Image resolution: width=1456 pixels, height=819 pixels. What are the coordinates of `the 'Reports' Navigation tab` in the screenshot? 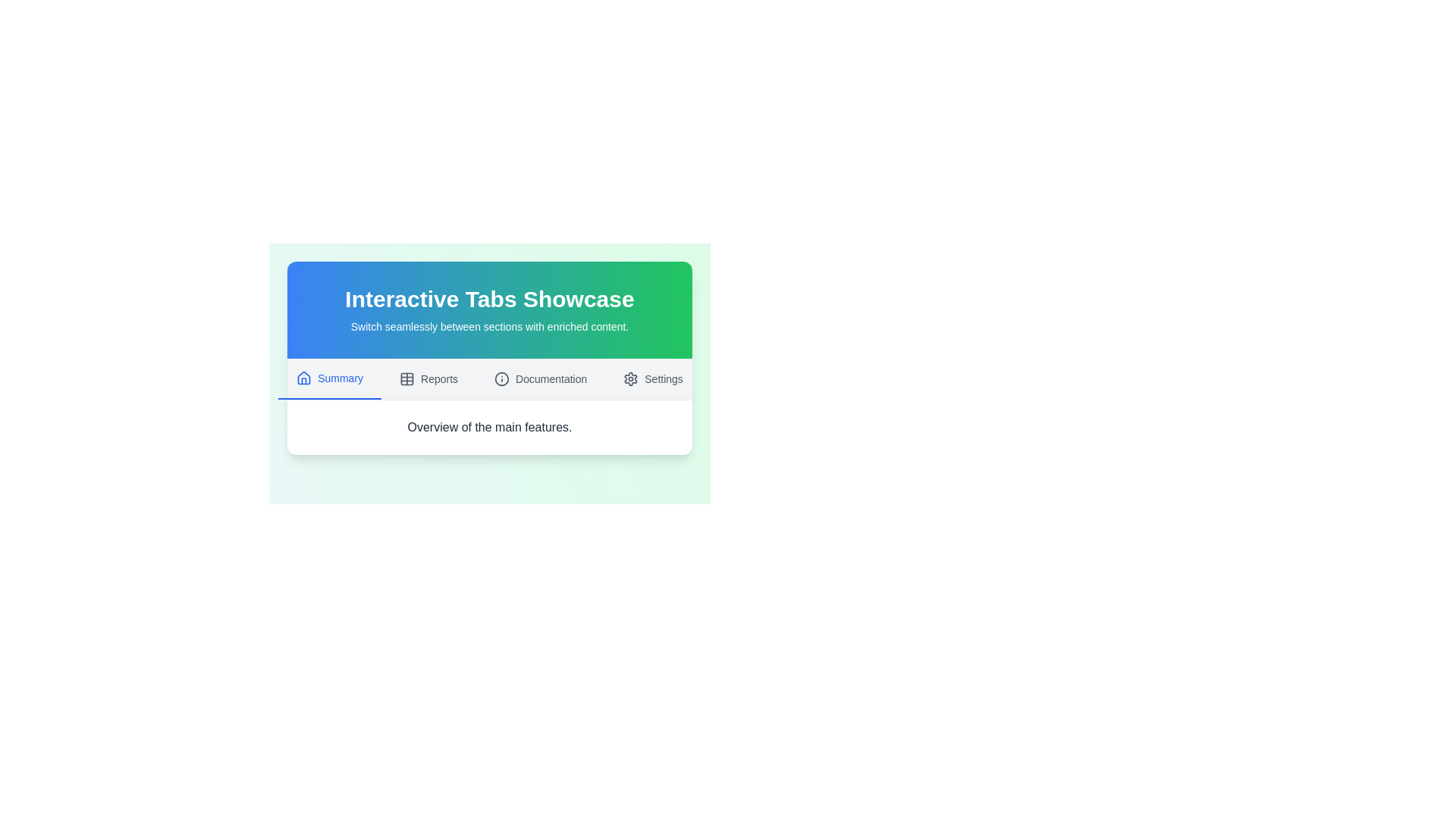 It's located at (428, 378).